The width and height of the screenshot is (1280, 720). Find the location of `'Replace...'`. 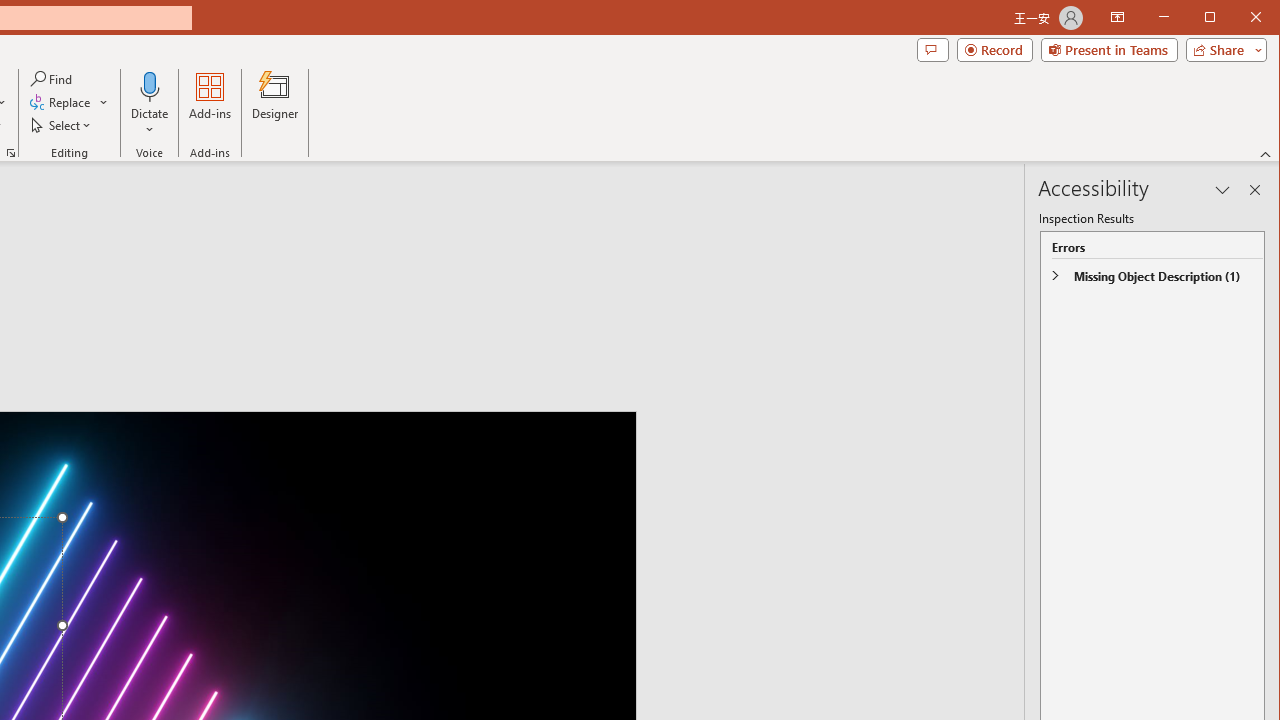

'Replace...' is located at coordinates (69, 102).